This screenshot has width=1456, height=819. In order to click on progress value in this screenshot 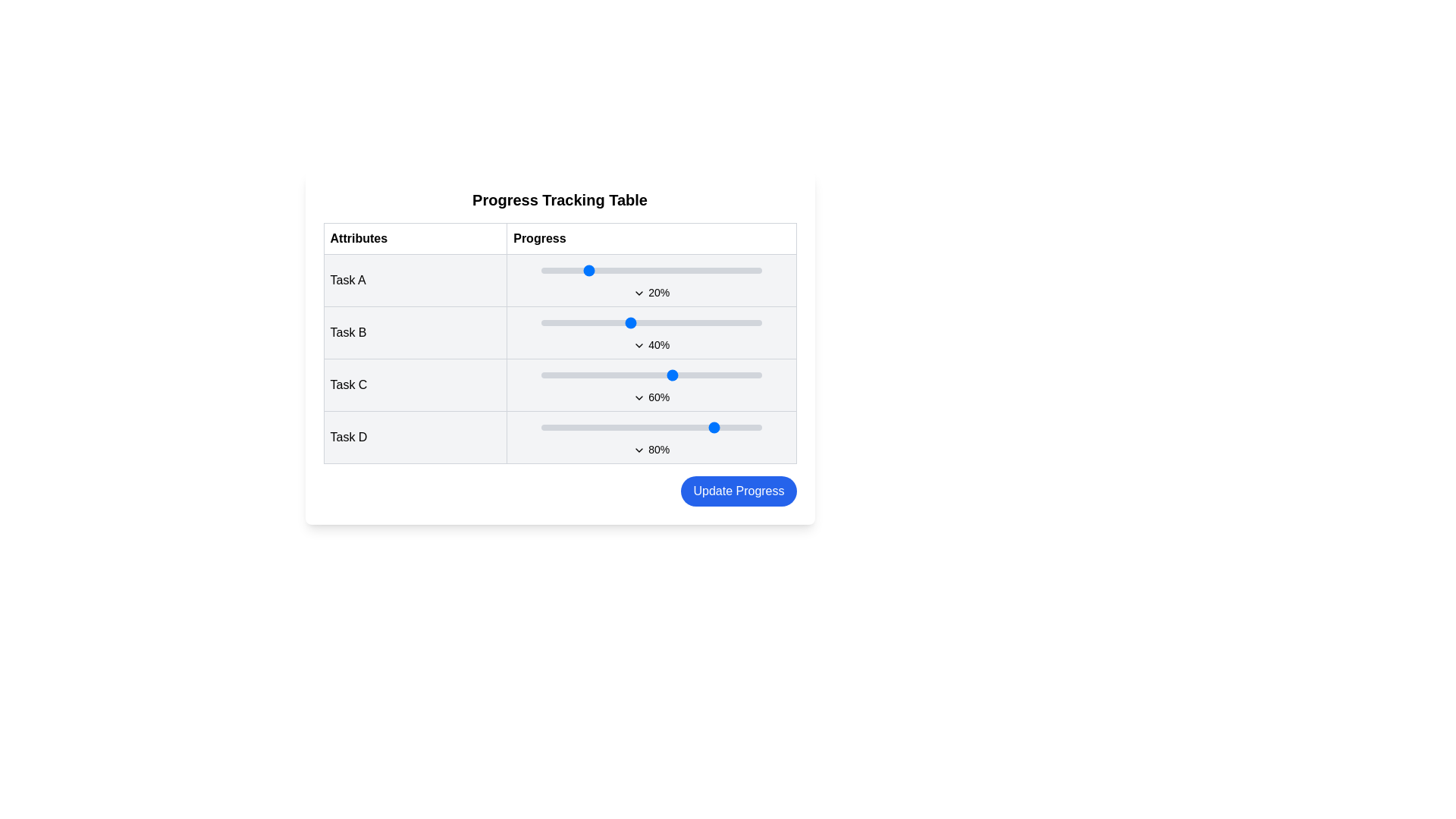, I will do `click(736, 270)`.